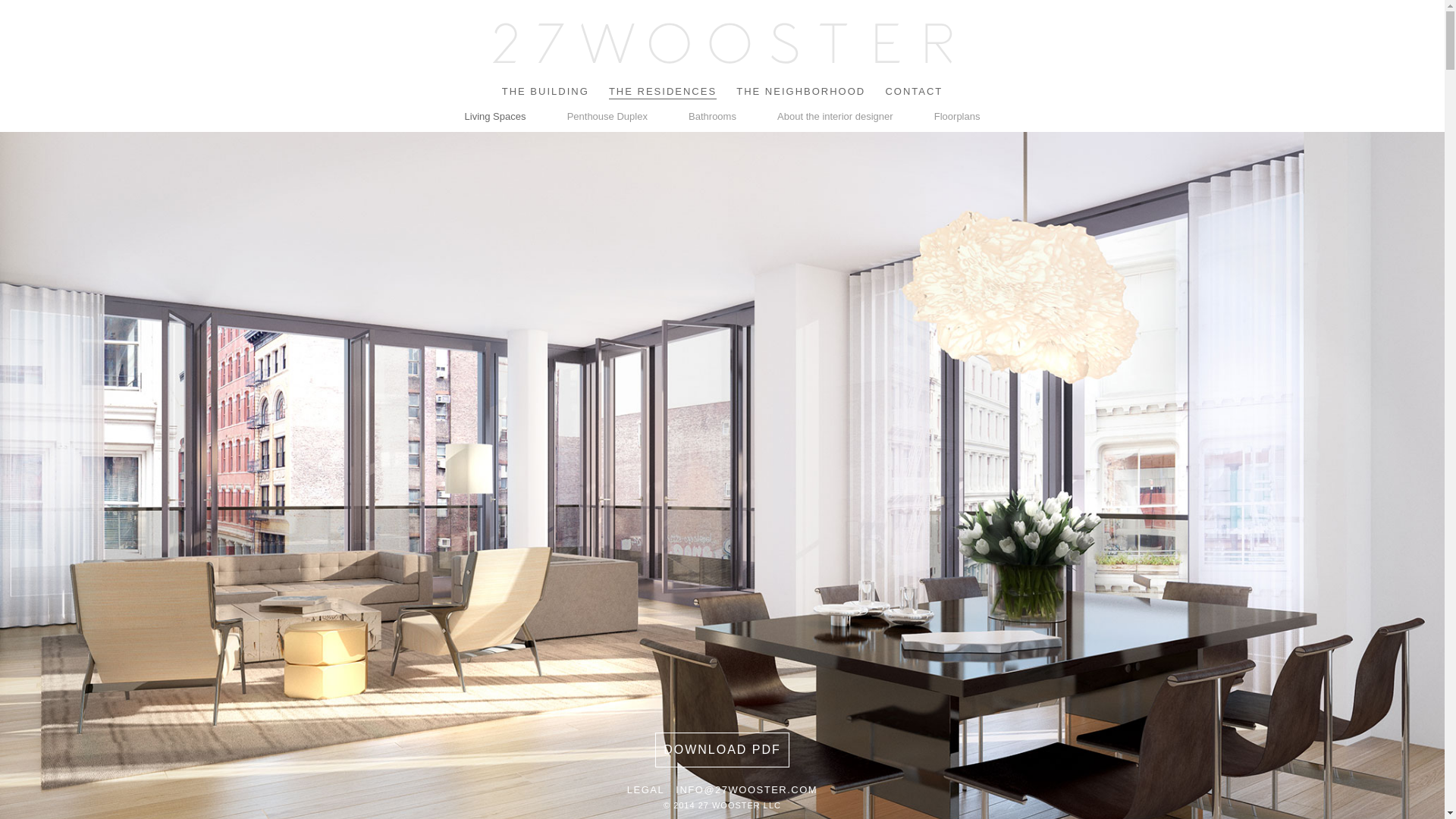 The image size is (1456, 819). Describe the element at coordinates (736, 91) in the screenshot. I see `'THE NEIGHBORHOOD'` at that location.